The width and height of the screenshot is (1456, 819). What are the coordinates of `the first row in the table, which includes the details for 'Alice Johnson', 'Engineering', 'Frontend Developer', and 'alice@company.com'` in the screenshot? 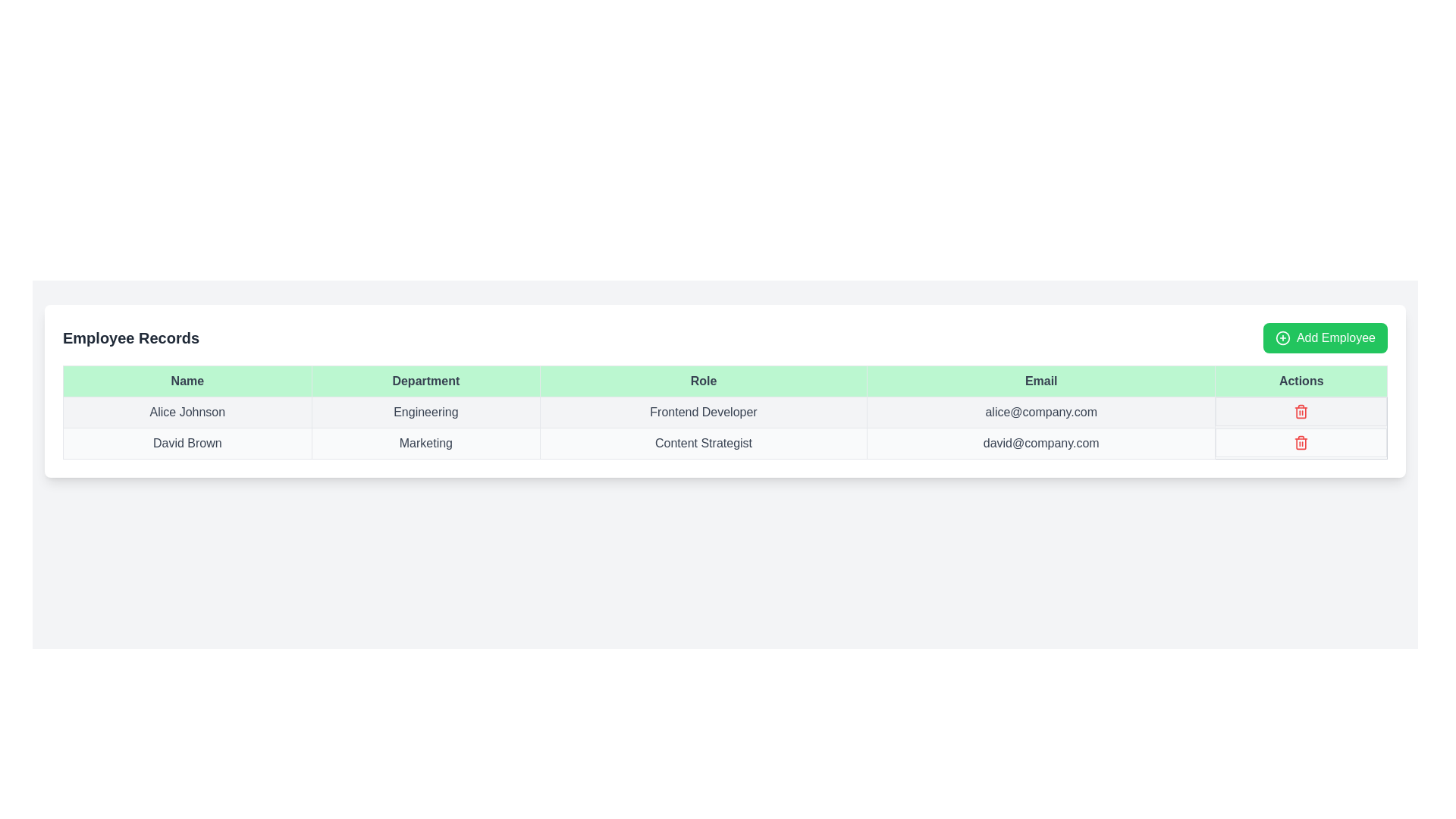 It's located at (724, 412).